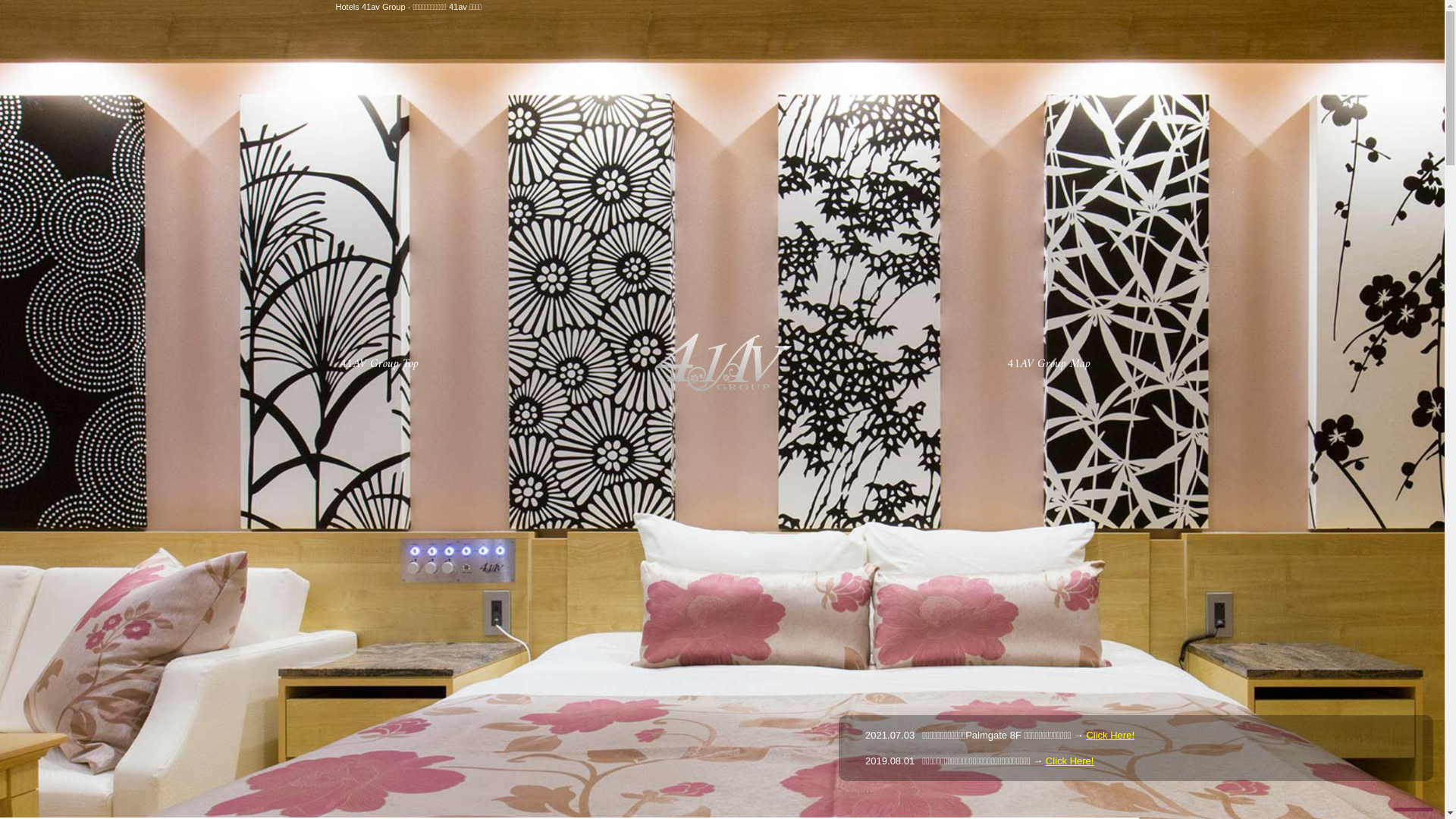 The width and height of the screenshot is (1456, 819). What do you see at coordinates (376, 363) in the screenshot?
I see `'41AV Group Top'` at bounding box center [376, 363].